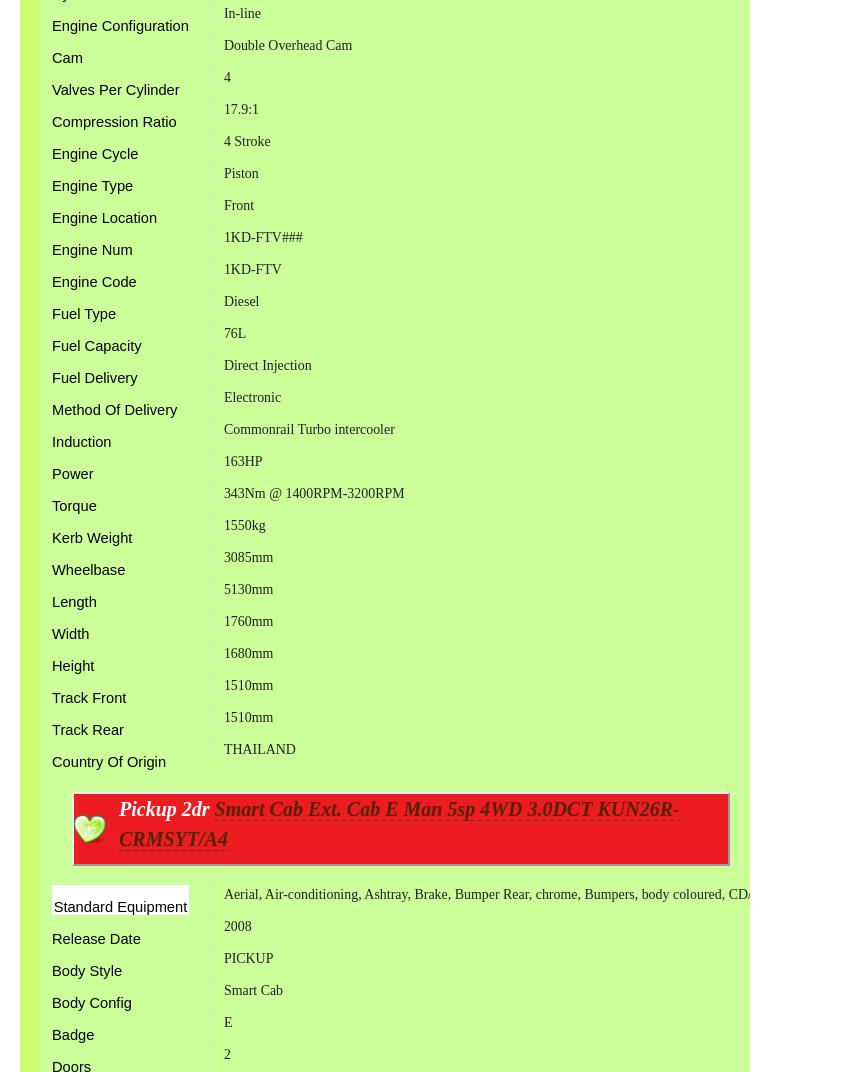  Describe the element at coordinates (287, 44) in the screenshot. I see `'Double Overhead Cam'` at that location.